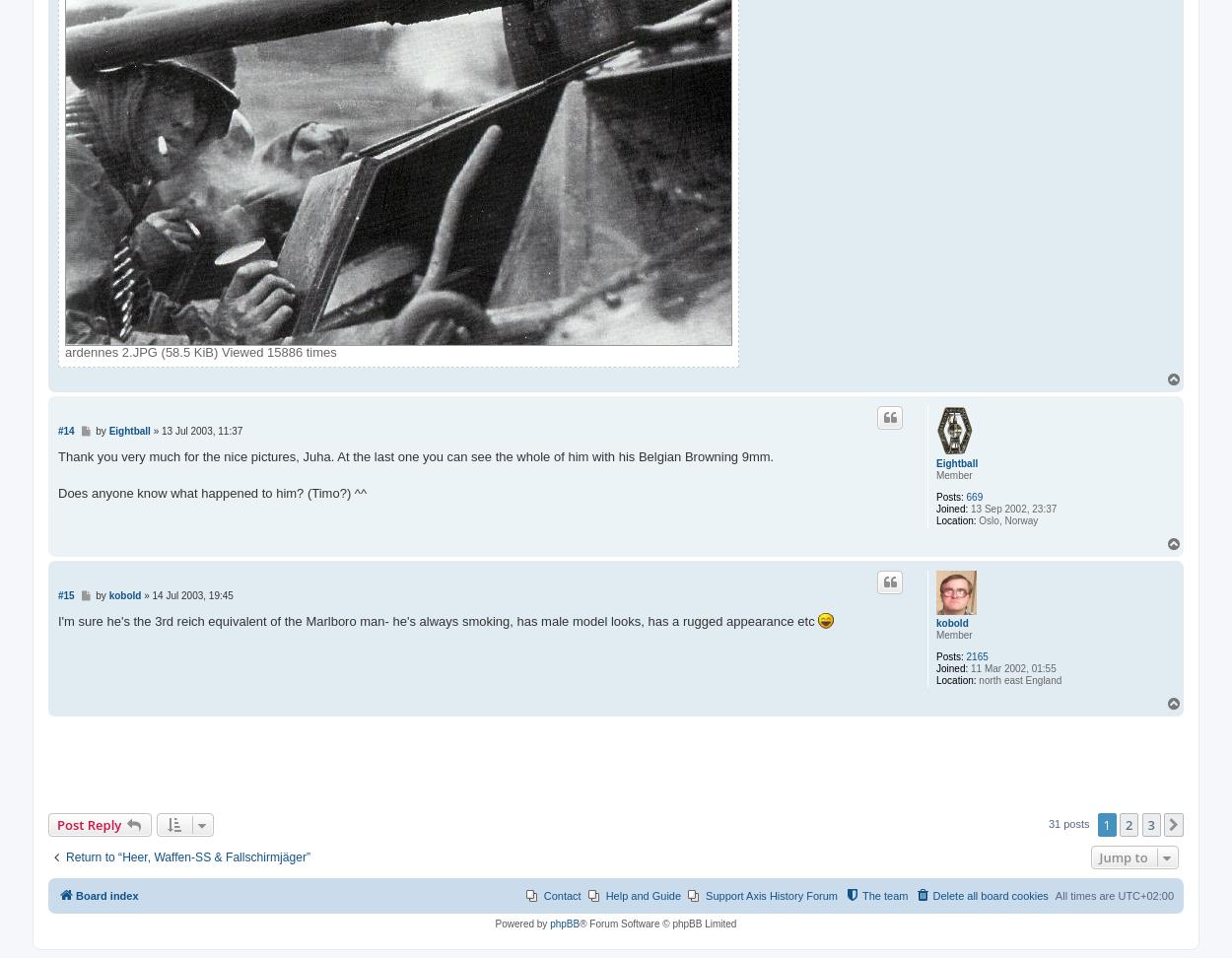 Image resolution: width=1232 pixels, height=958 pixels. What do you see at coordinates (75, 896) in the screenshot?
I see `'Board index'` at bounding box center [75, 896].